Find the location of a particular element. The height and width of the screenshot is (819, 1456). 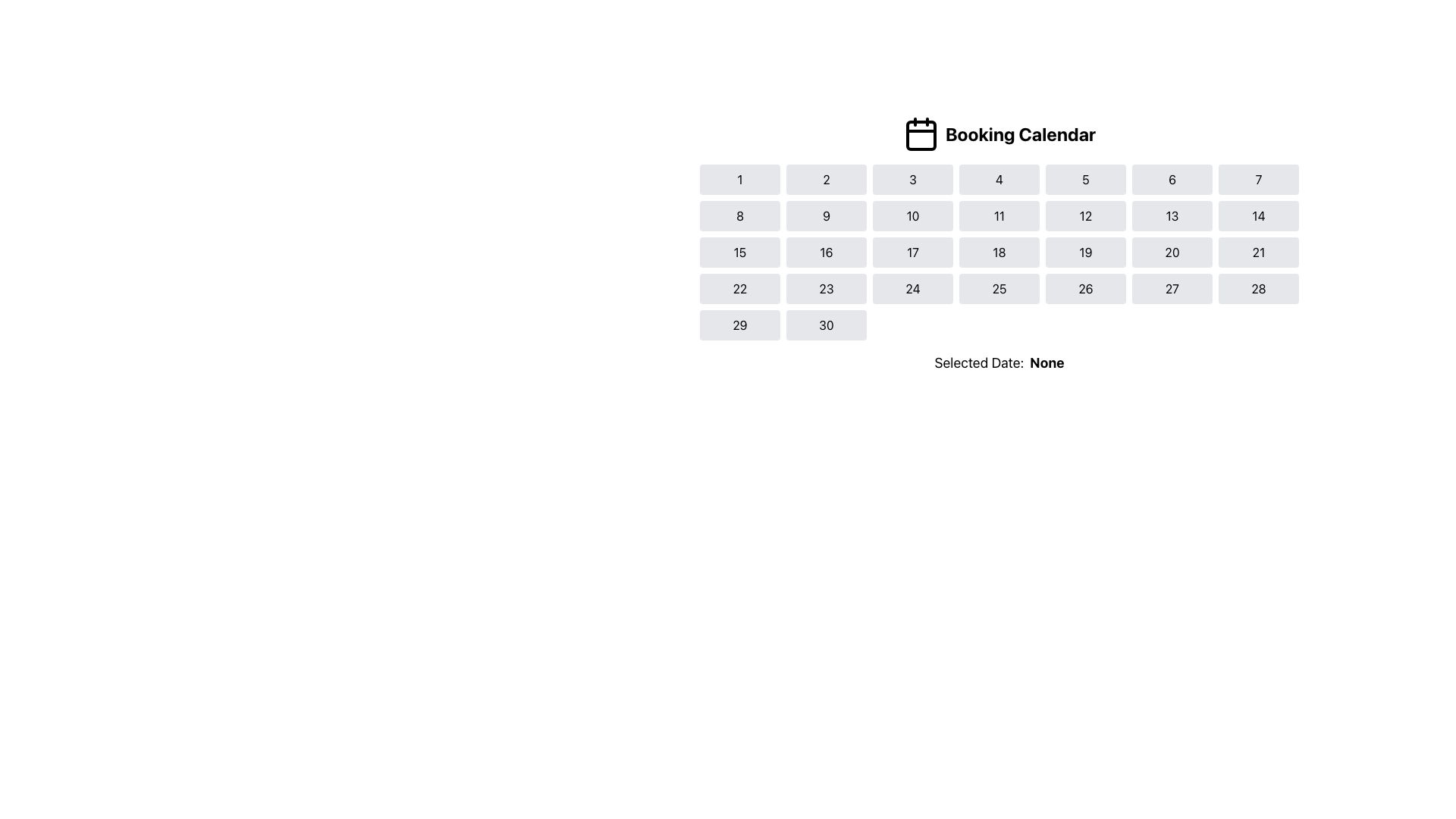

the rectangular button labeled '26' with a light gray background located in the fourth row and fifth column of the calendar grid is located at coordinates (1084, 289).